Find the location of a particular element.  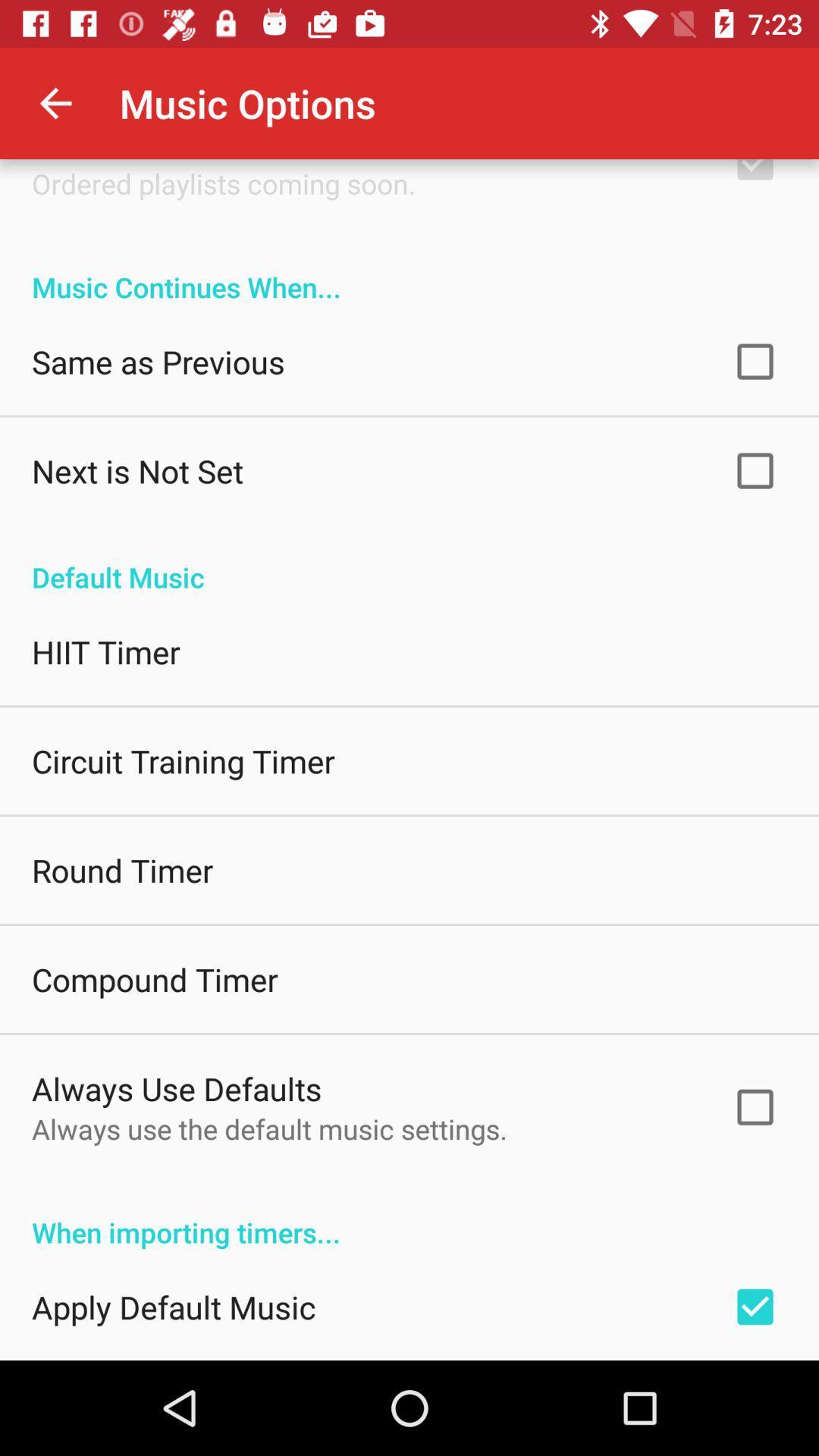

the icon below the hiit timer icon is located at coordinates (182, 761).